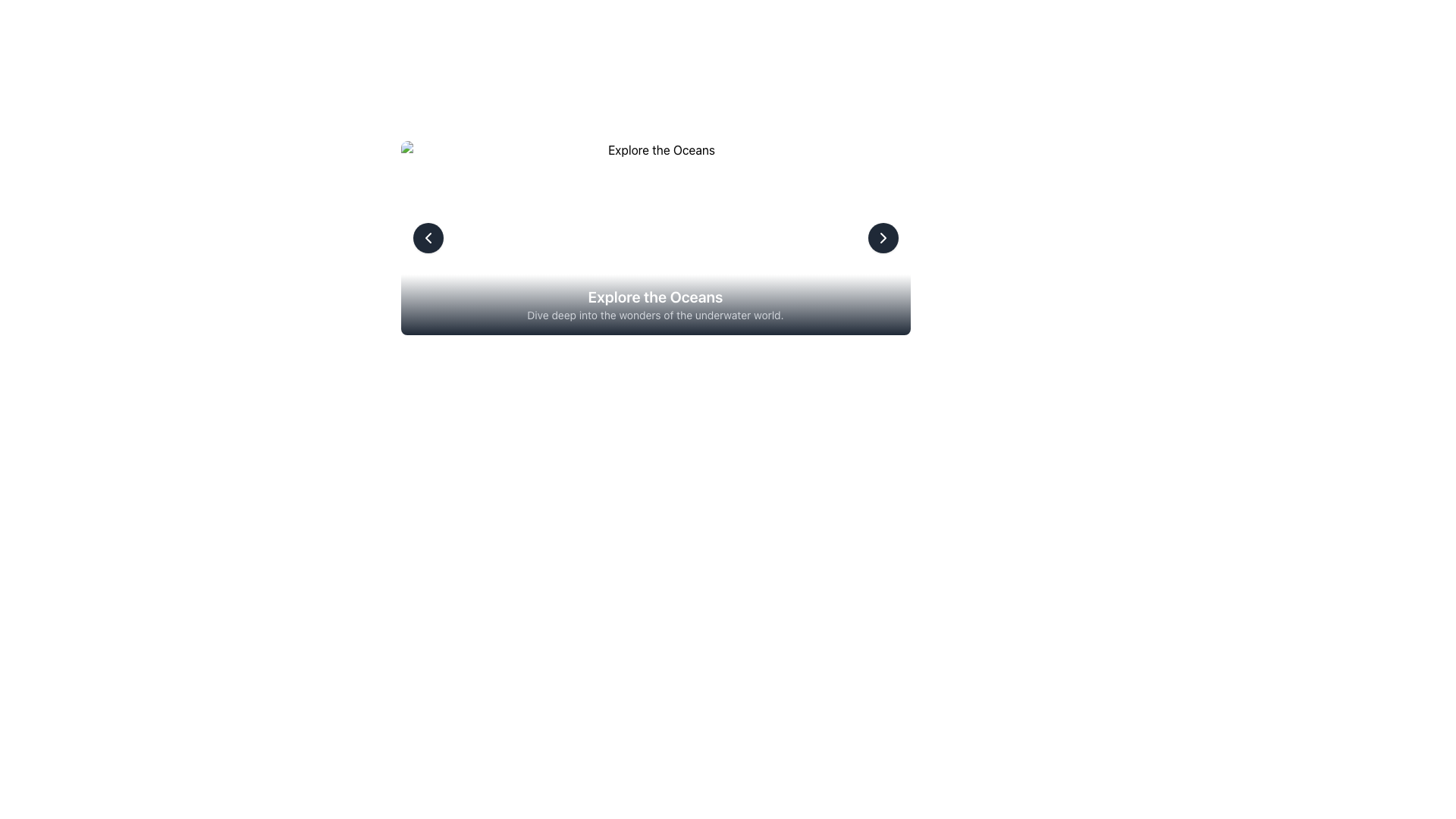  What do you see at coordinates (427, 237) in the screenshot?
I see `the left-facing navigation chevron icon` at bounding box center [427, 237].